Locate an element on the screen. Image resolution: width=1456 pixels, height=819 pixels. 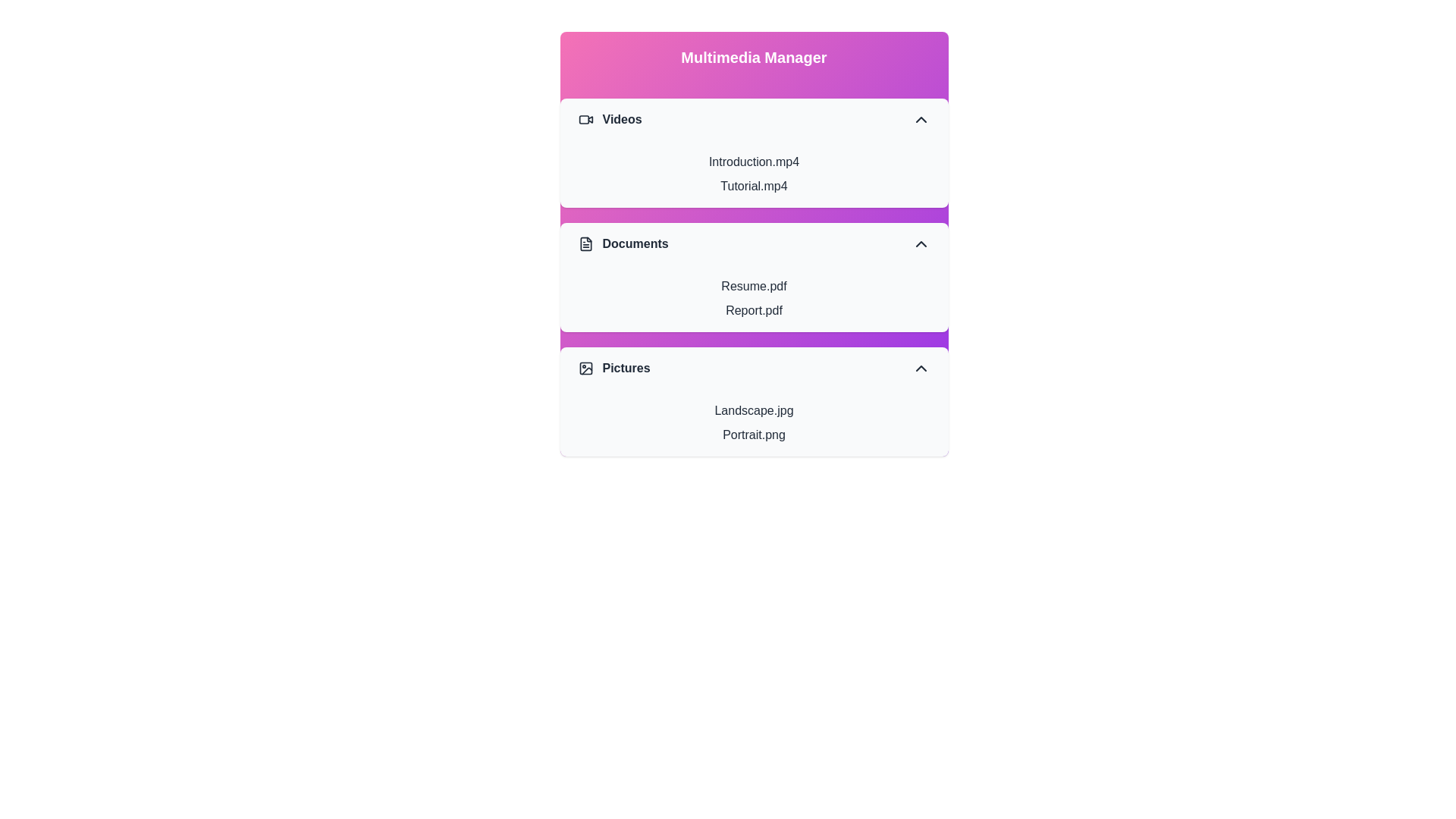
the item Portrait.png within the section Pictures is located at coordinates (754, 435).